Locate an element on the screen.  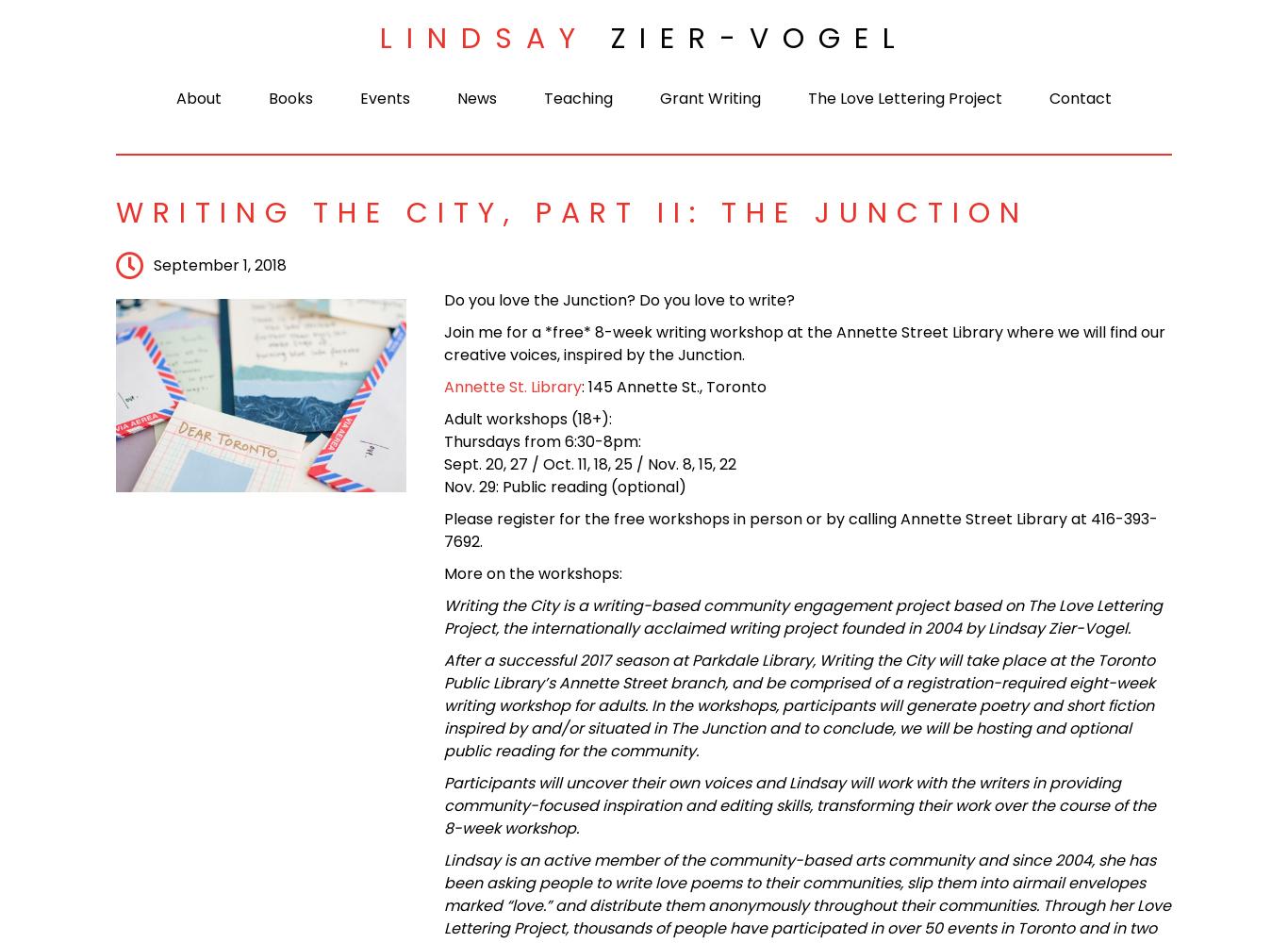
'ZIER-VOGEL' is located at coordinates (608, 39).